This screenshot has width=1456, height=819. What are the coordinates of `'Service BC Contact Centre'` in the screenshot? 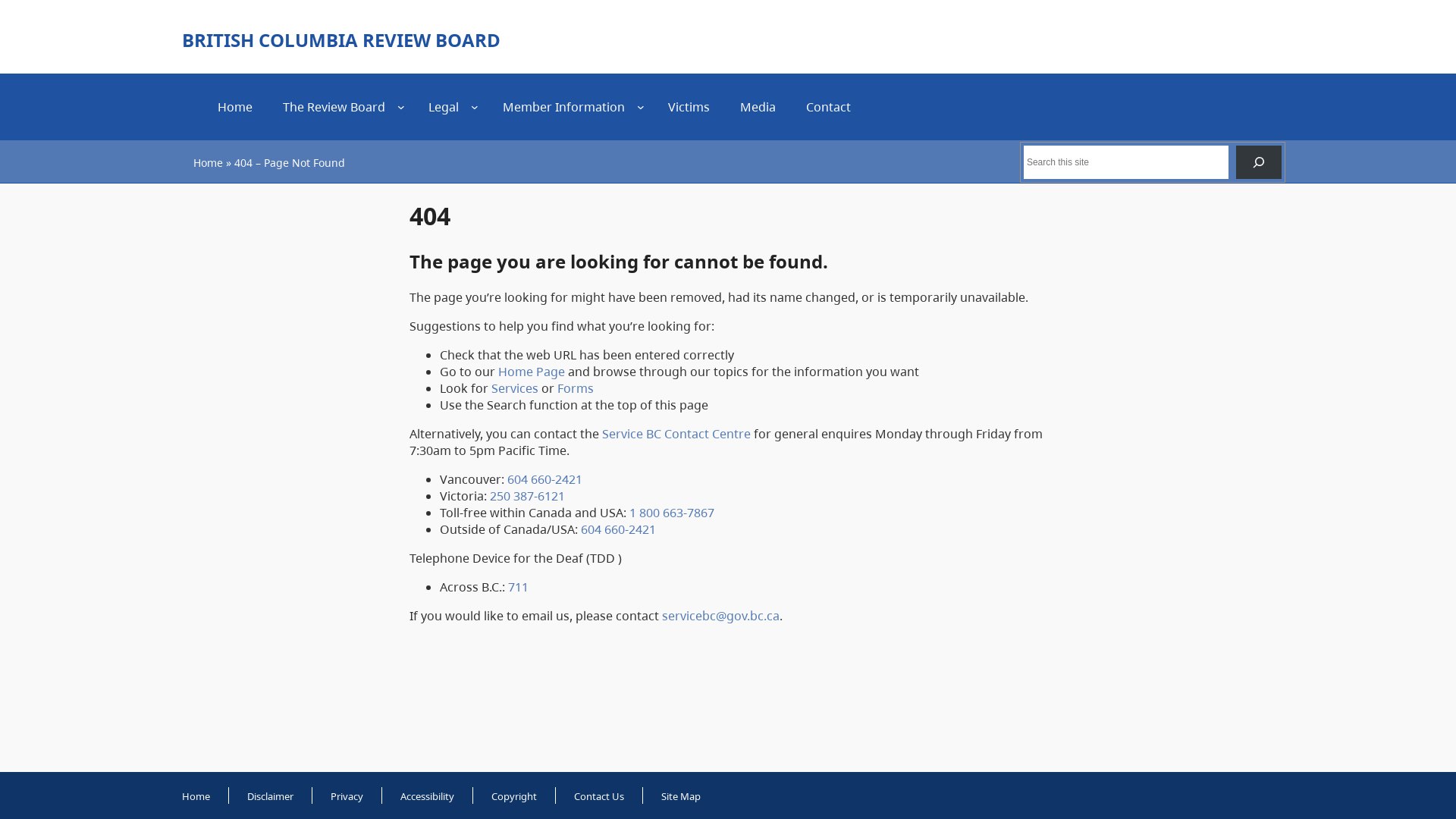 It's located at (676, 433).